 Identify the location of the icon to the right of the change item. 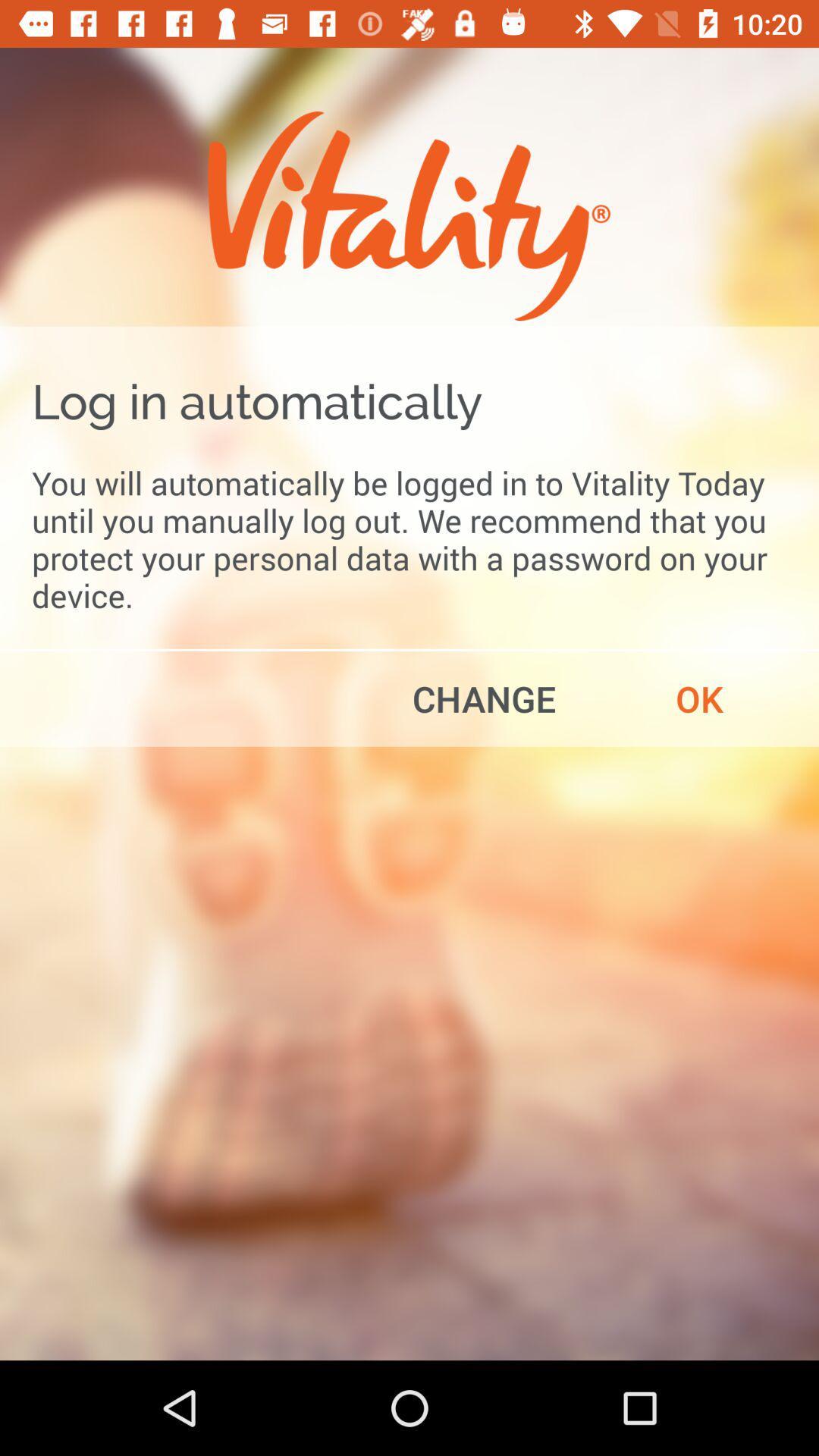
(699, 698).